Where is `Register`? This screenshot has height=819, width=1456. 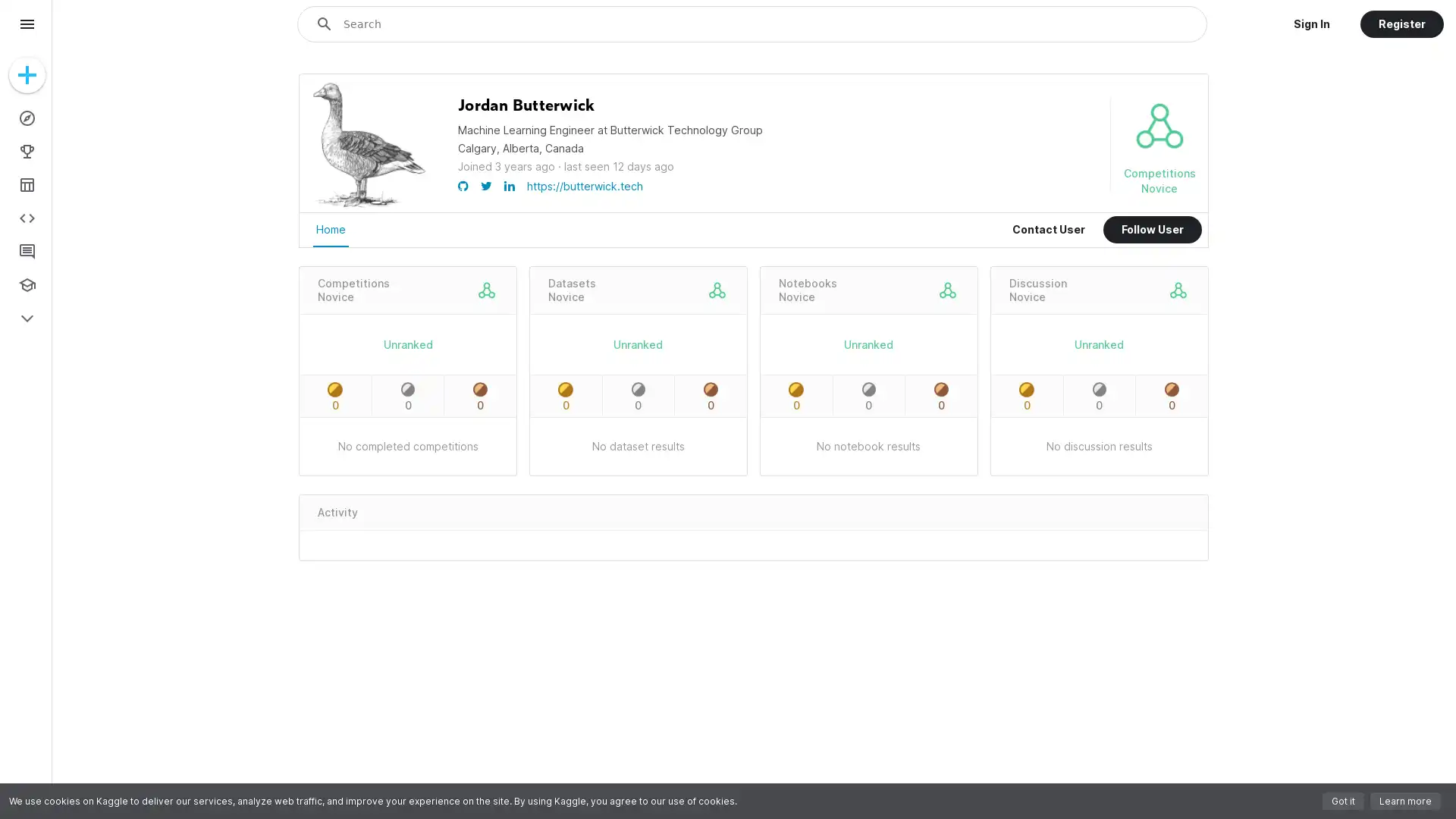
Register is located at coordinates (1401, 24).